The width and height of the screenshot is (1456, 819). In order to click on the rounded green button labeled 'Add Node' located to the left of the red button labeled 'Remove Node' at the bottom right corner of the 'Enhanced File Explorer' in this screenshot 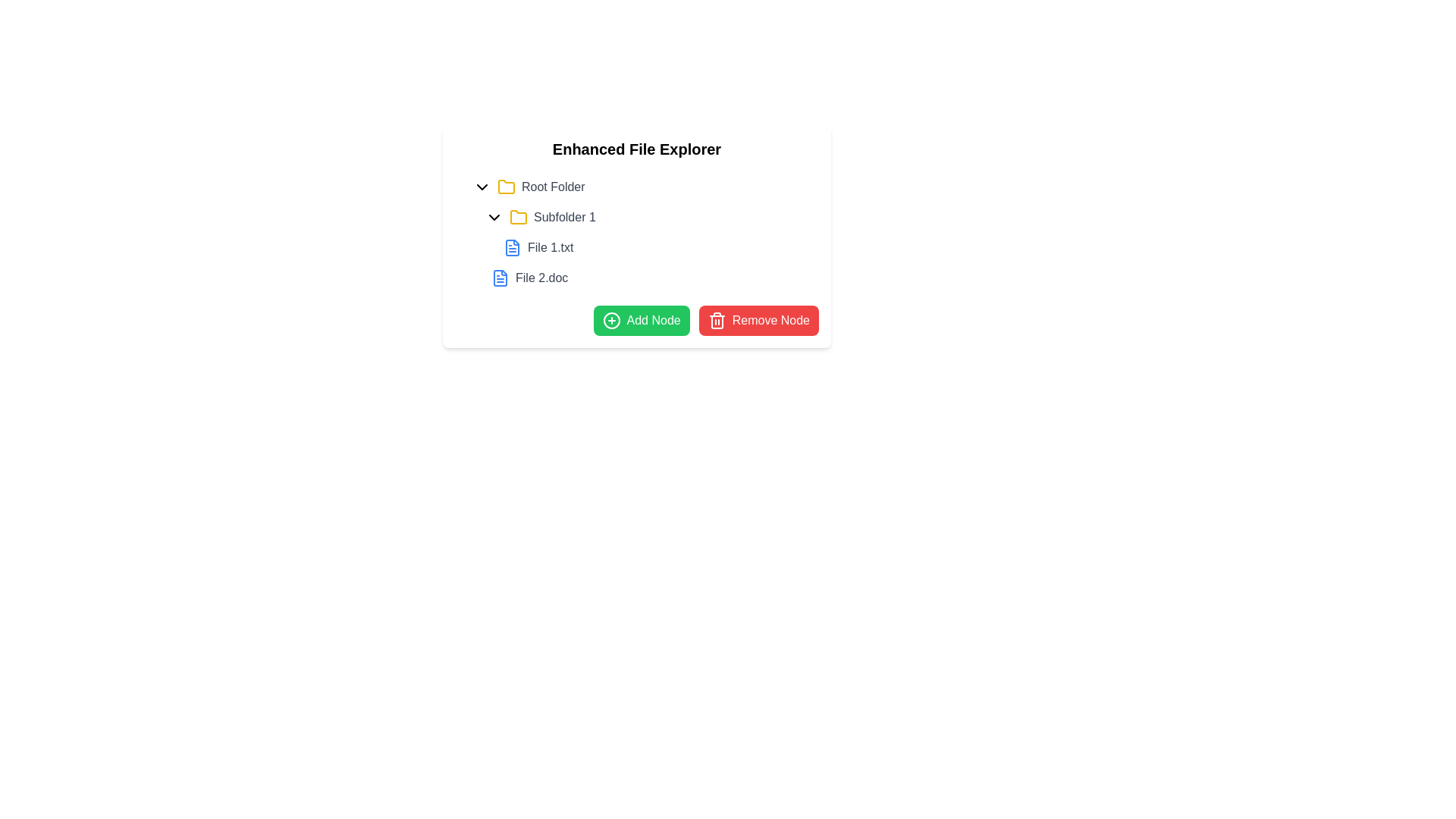, I will do `click(637, 320)`.